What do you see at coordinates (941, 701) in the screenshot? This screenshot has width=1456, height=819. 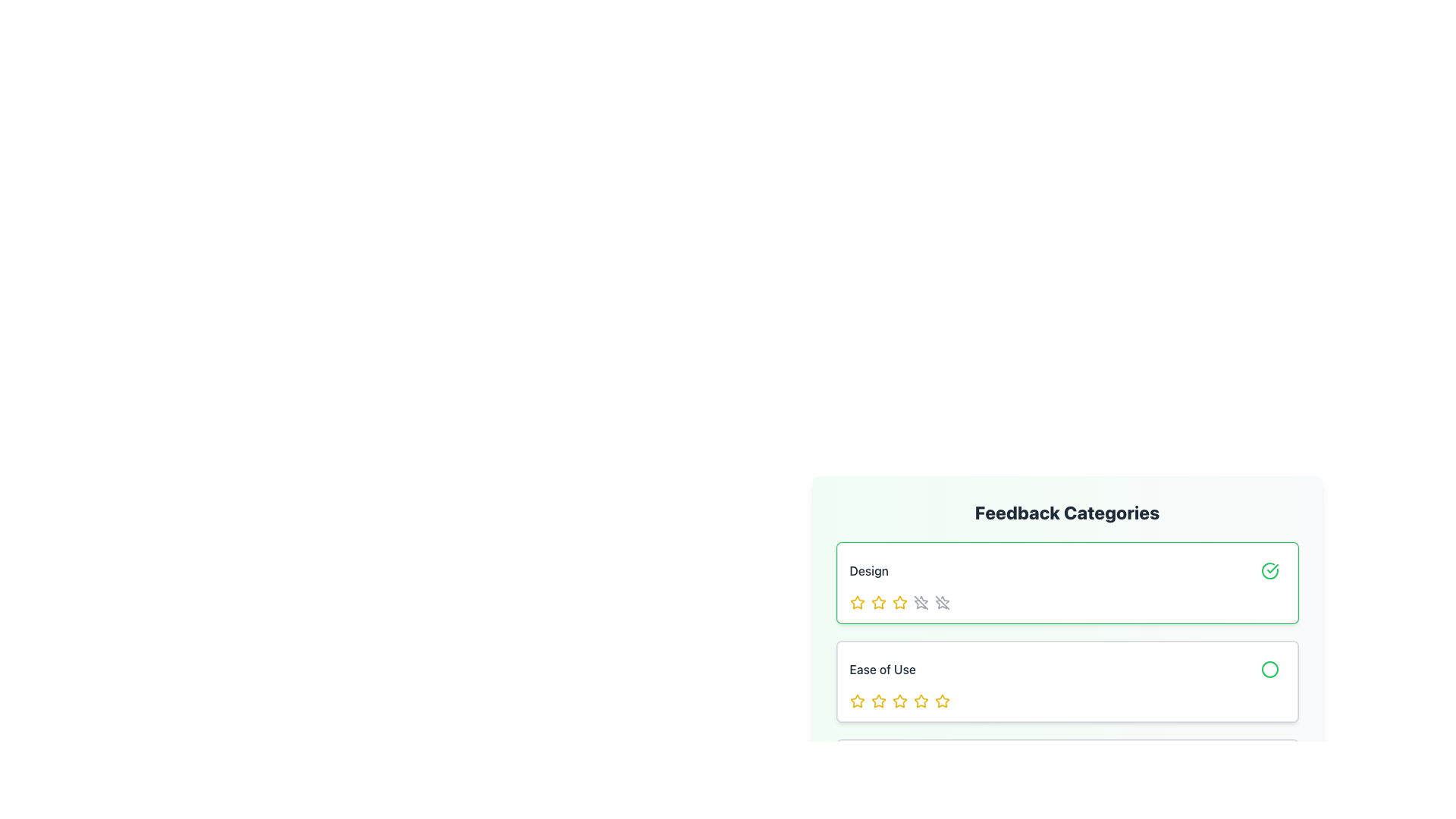 I see `the fifth interactive star icon used for rating 'Ease of Use'` at bounding box center [941, 701].